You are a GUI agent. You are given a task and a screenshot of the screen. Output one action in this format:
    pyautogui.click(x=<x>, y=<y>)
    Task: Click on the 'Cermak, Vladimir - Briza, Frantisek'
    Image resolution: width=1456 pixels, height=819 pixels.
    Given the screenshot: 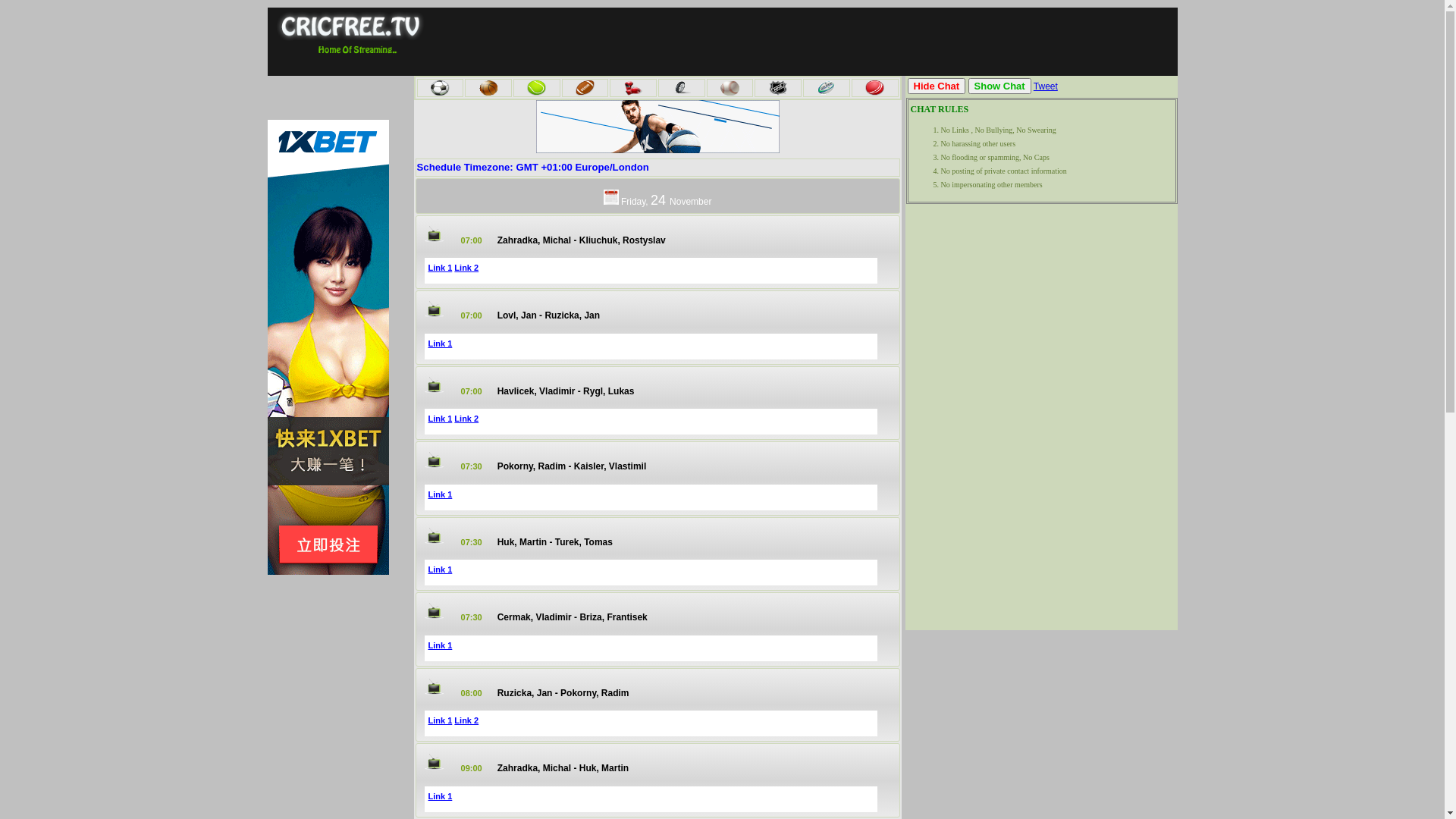 What is the action you would take?
    pyautogui.click(x=571, y=617)
    